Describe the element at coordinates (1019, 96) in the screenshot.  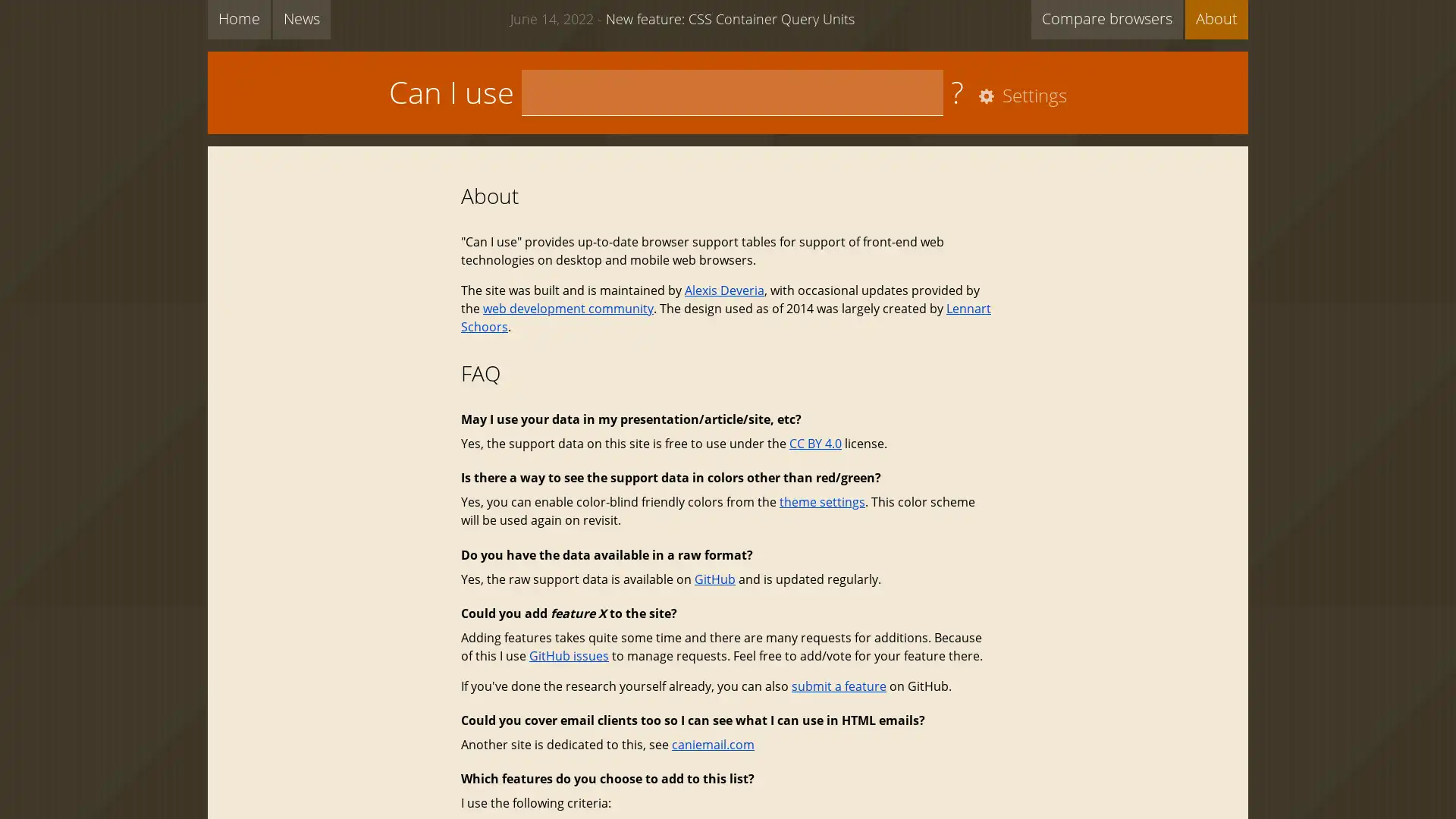
I see `Settings` at that location.